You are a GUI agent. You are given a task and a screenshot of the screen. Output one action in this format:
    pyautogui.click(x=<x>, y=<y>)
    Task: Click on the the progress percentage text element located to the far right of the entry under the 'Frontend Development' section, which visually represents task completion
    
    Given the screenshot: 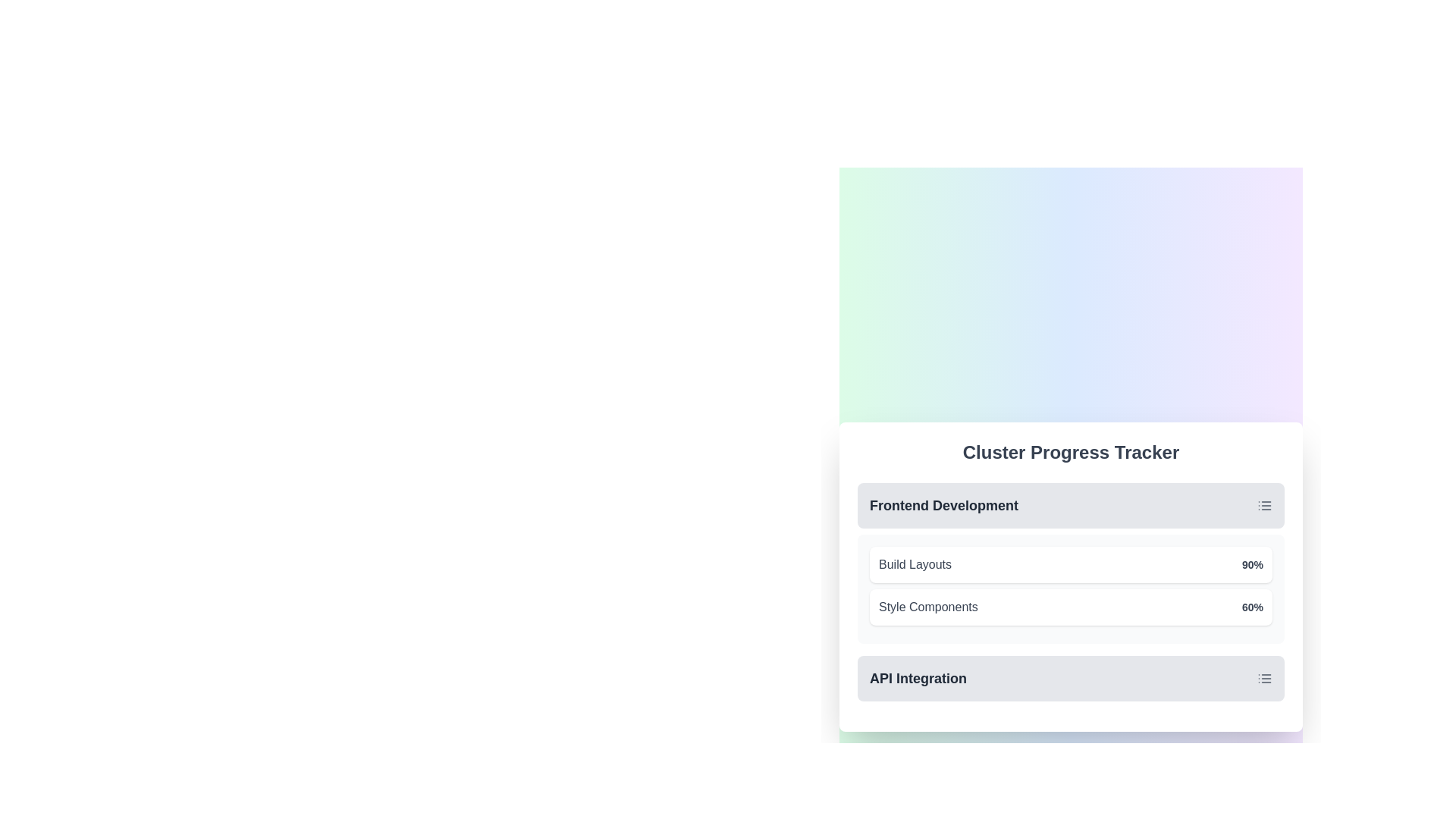 What is the action you would take?
    pyautogui.click(x=1252, y=564)
    